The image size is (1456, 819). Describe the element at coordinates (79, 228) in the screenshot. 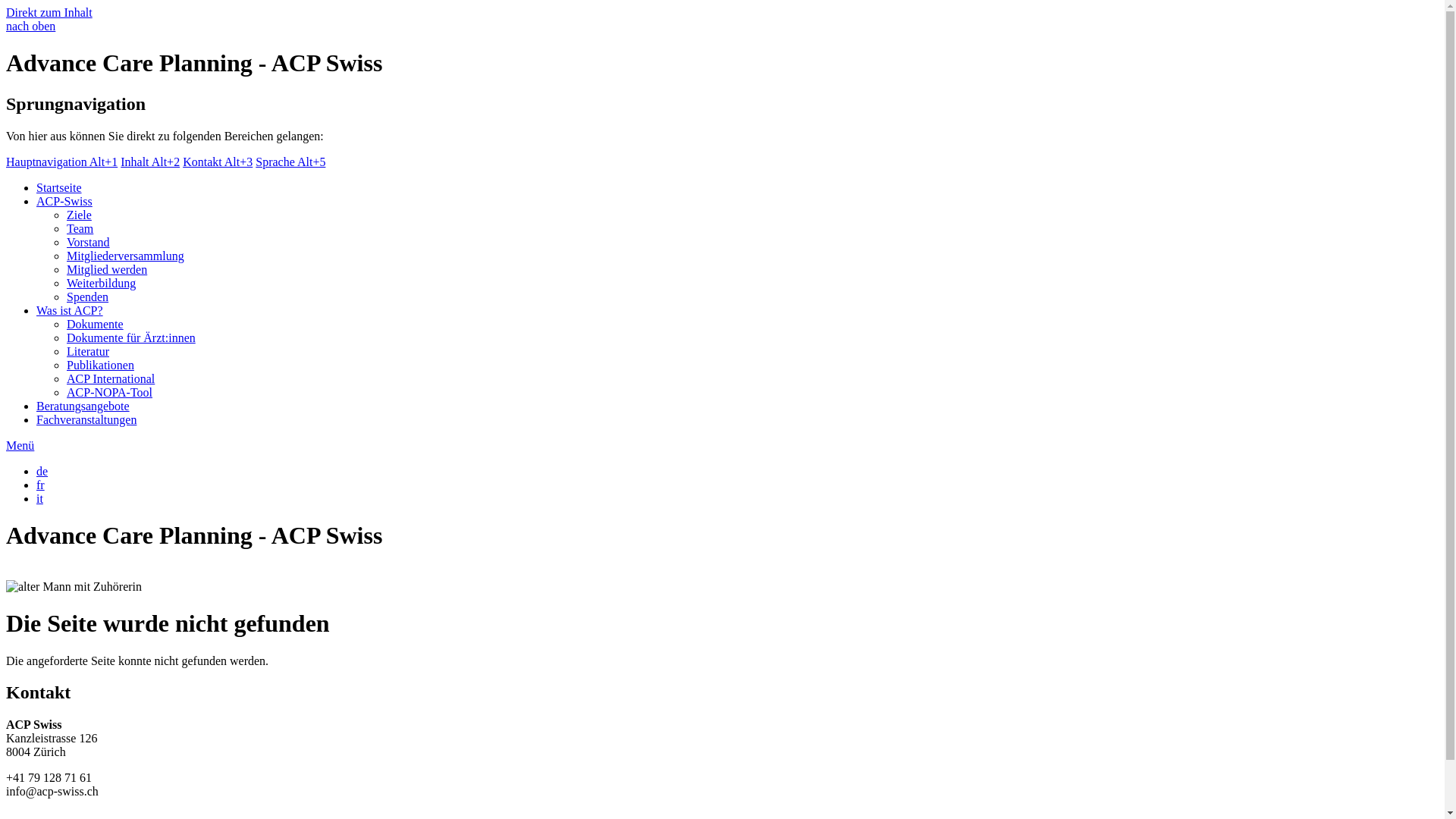

I see `'Team'` at that location.